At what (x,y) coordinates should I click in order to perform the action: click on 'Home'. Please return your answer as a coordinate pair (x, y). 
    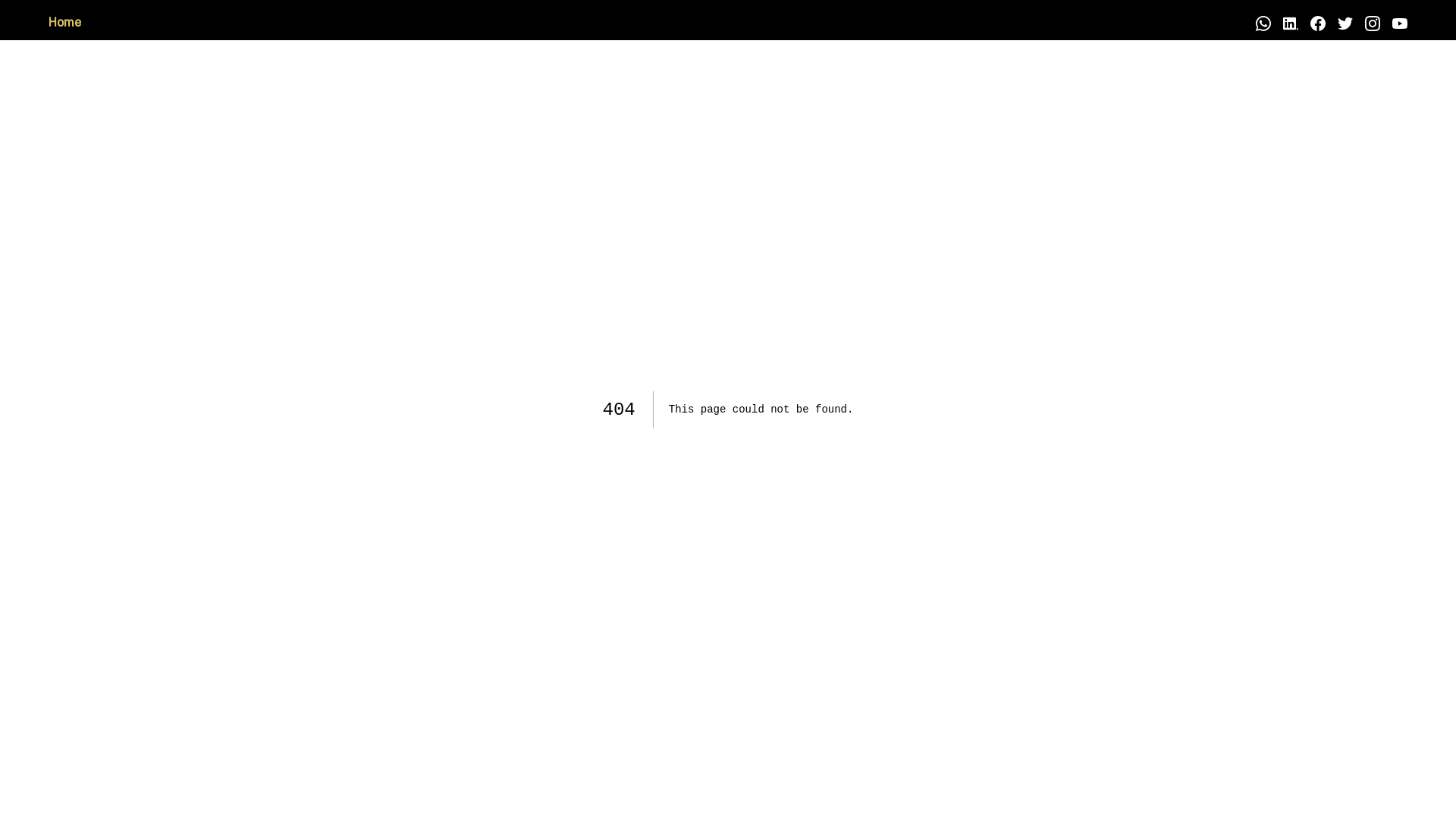
    Looking at the image, I should click on (64, 23).